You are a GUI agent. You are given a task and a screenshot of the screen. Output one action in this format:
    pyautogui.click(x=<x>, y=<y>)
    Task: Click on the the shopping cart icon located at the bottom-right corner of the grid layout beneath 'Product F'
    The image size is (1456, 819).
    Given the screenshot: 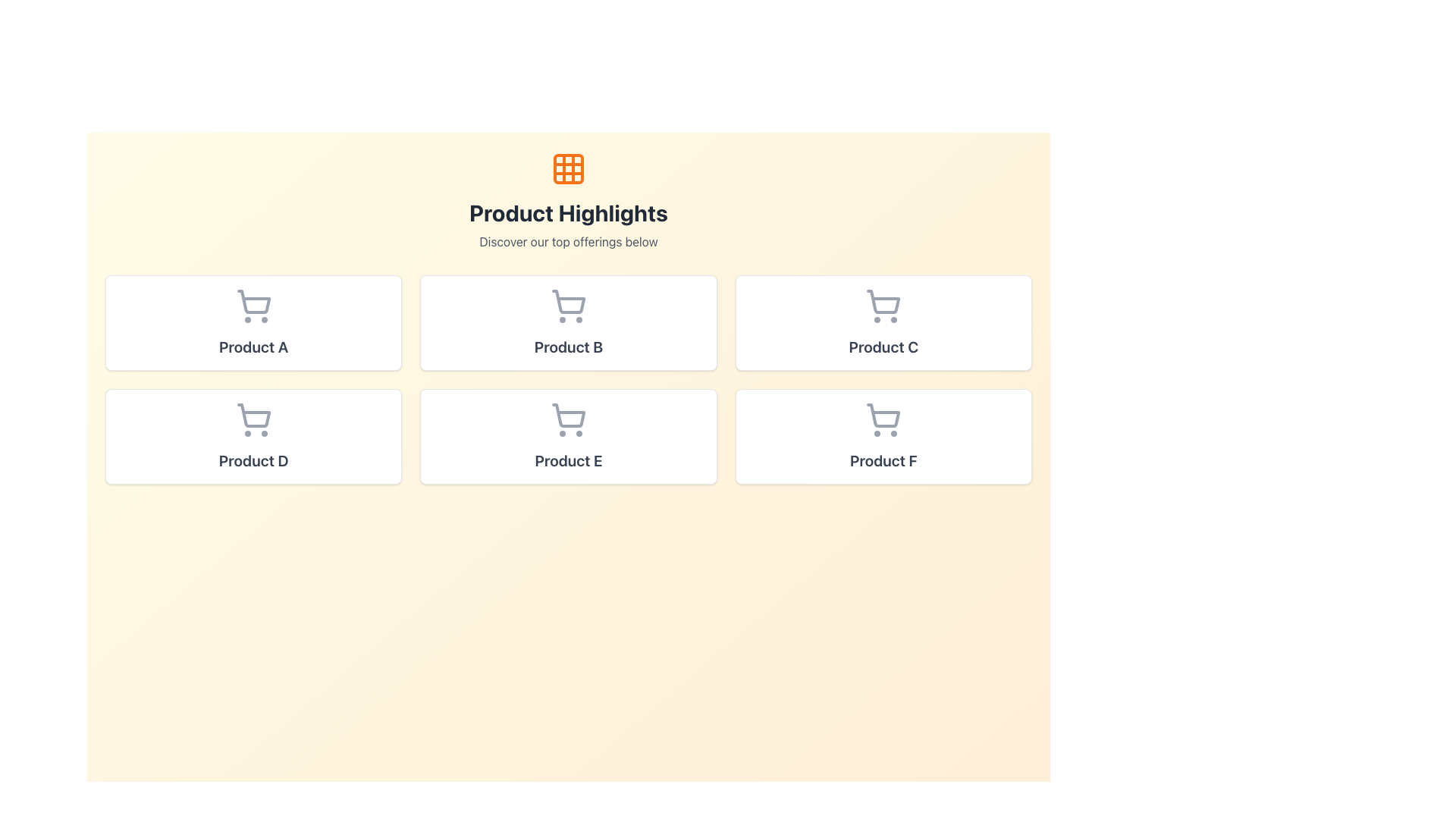 What is the action you would take?
    pyautogui.click(x=883, y=416)
    